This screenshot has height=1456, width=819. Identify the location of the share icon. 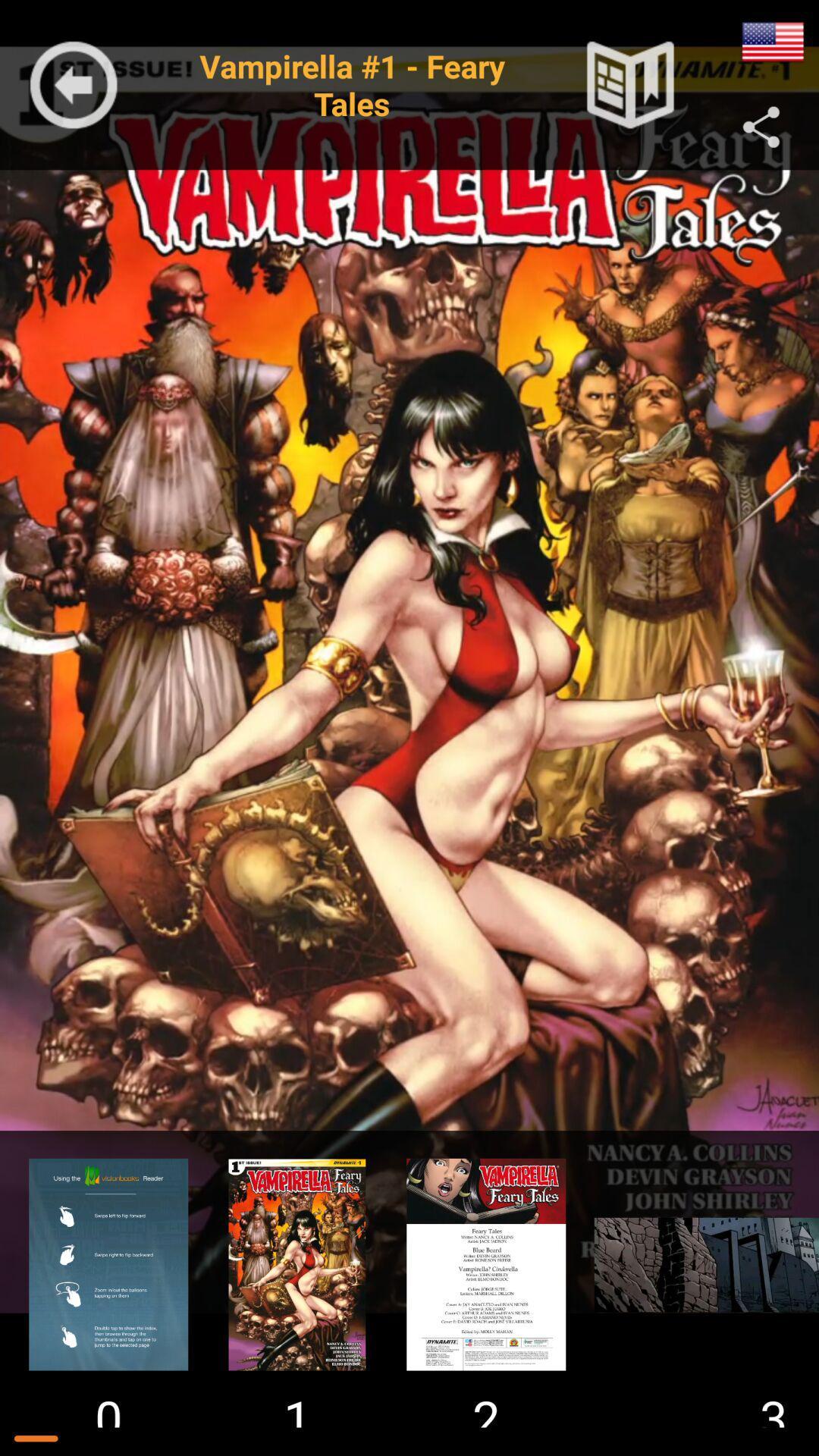
(761, 127).